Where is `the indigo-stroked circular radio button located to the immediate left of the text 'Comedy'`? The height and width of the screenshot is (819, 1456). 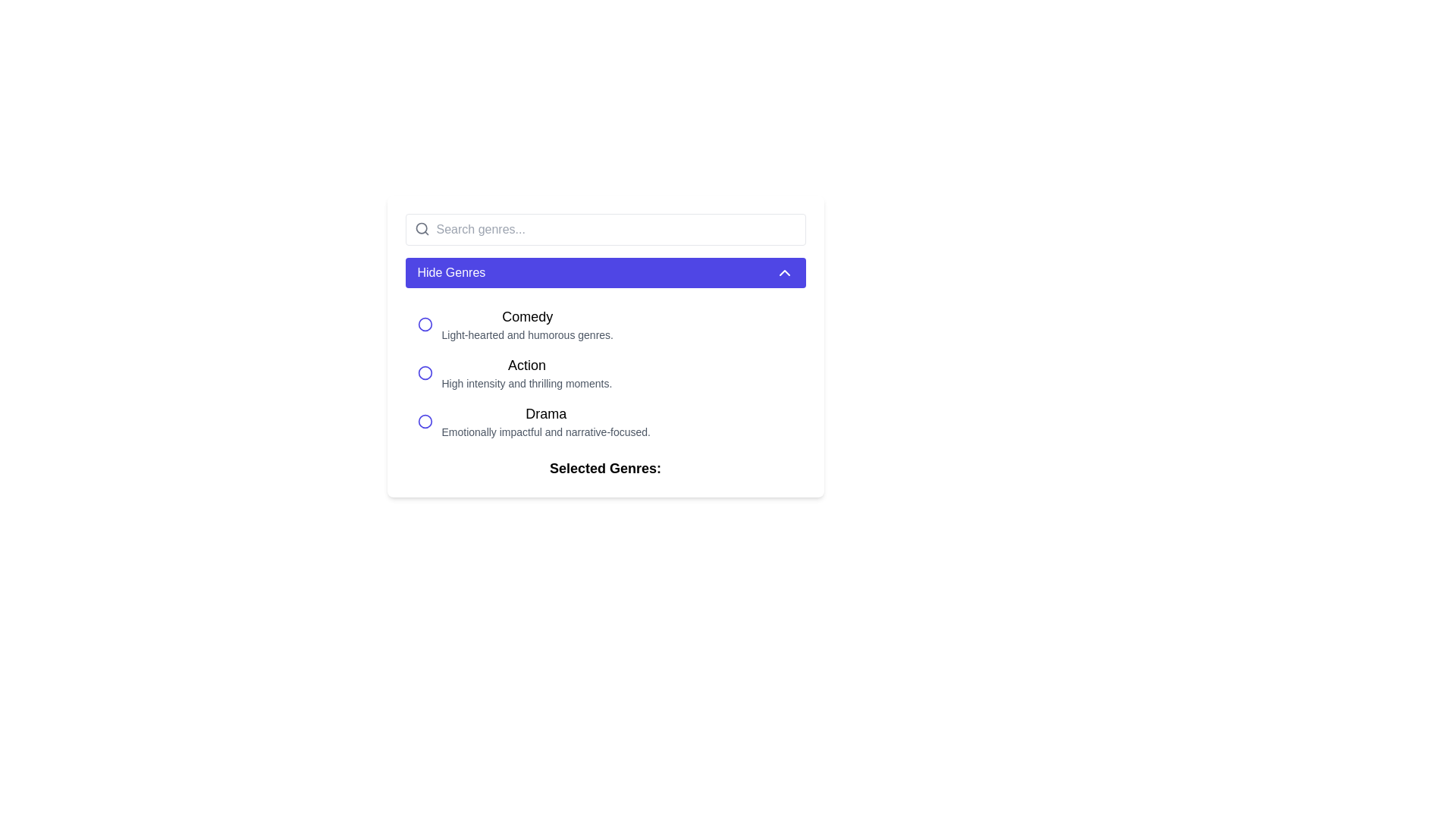
the indigo-stroked circular radio button located to the immediate left of the text 'Comedy' is located at coordinates (425, 324).